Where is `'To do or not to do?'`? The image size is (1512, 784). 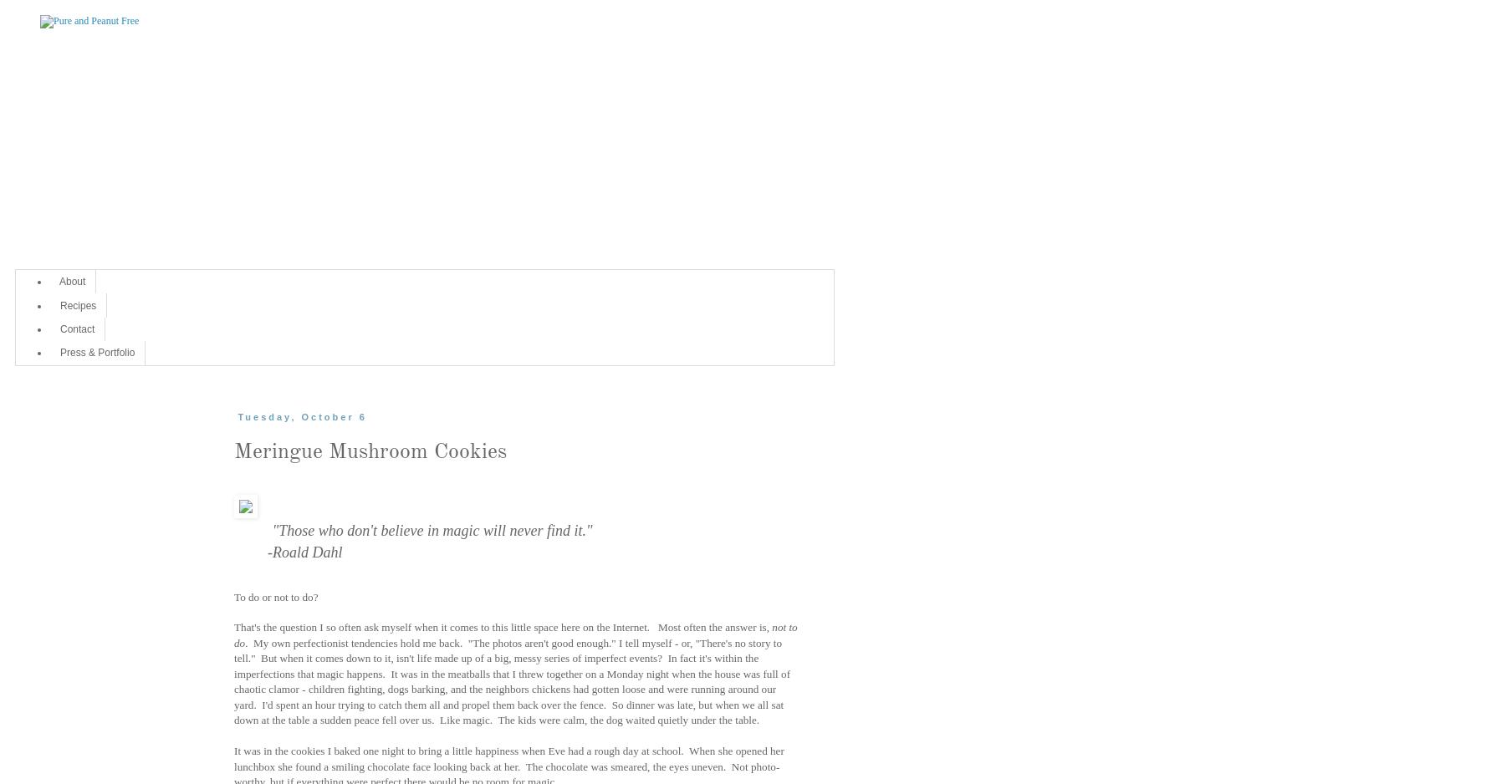 'To do or not to do?' is located at coordinates (275, 595).